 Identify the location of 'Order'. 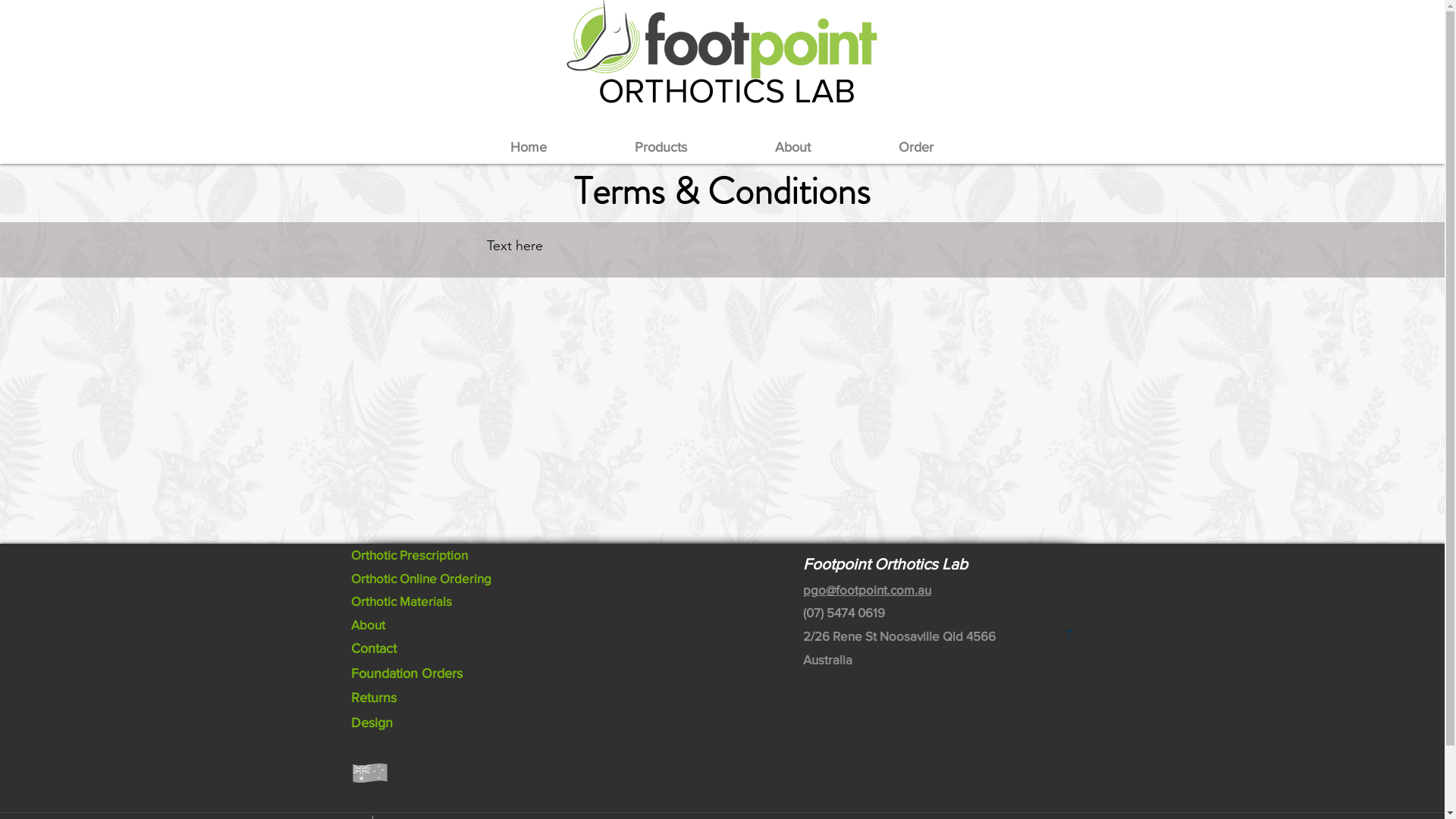
(914, 147).